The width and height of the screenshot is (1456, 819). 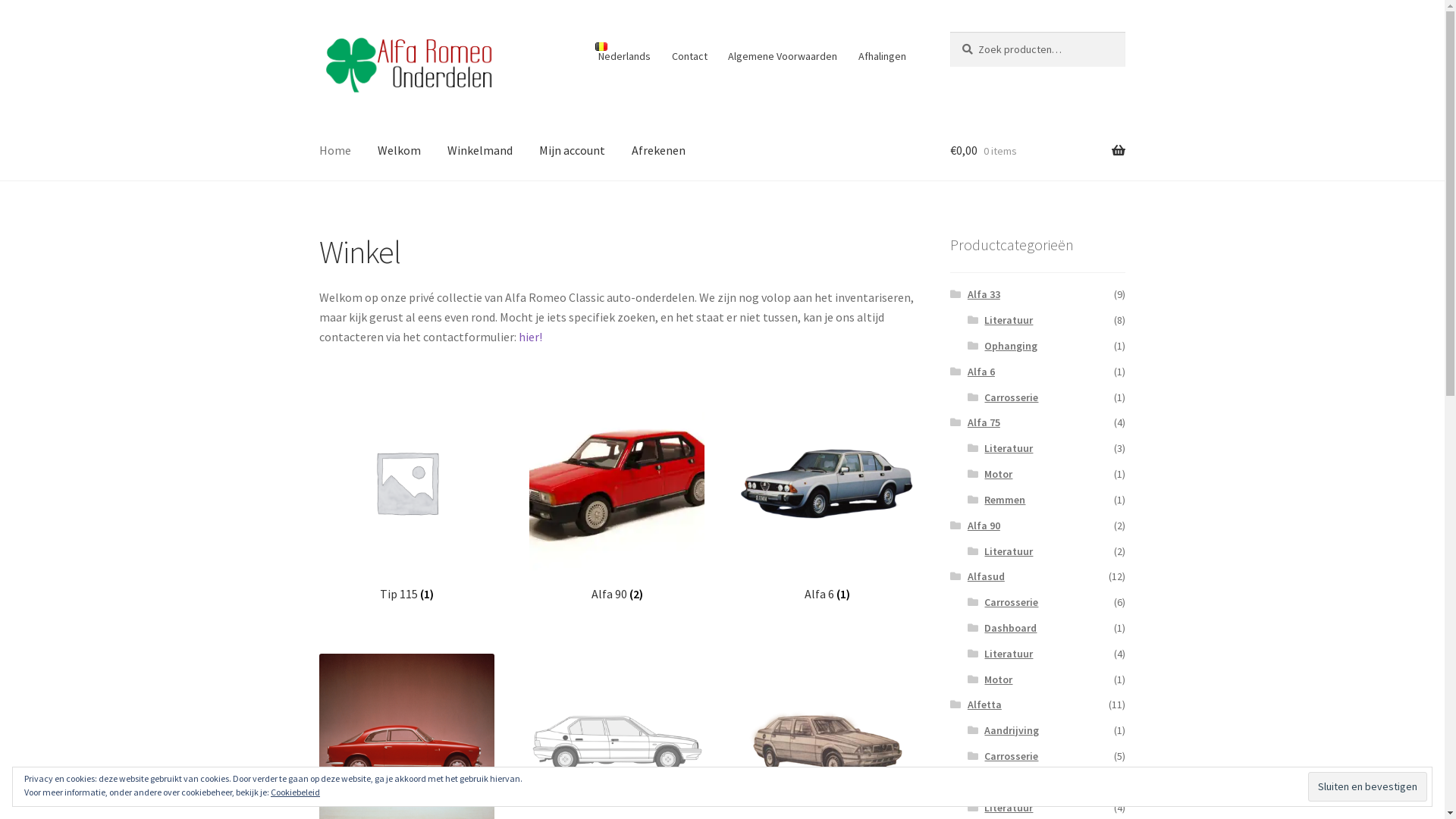 I want to click on 'Winkelmand', so click(x=479, y=151).